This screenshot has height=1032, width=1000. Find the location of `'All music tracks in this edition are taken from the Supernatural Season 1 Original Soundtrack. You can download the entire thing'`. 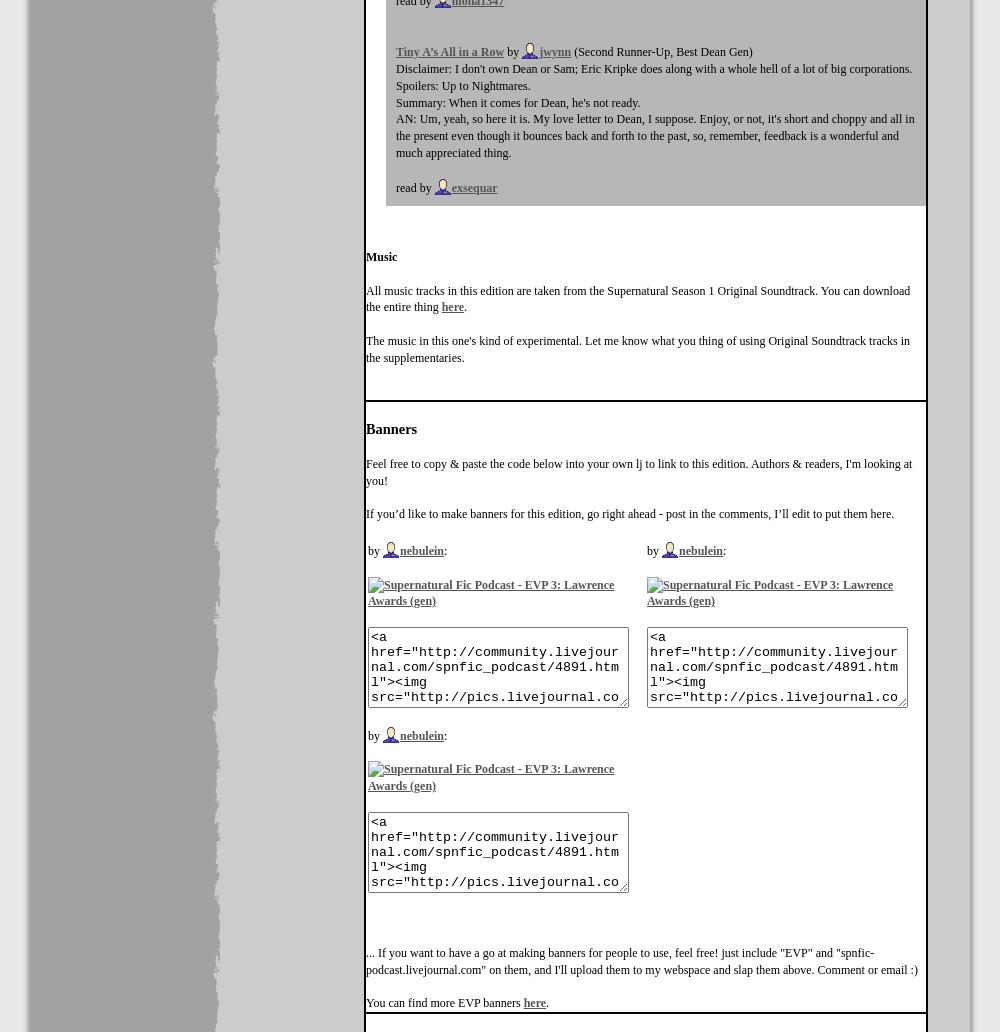

'All music tracks in this edition are taken from the Supernatural Season 1 Original Soundtrack. You can download the entire thing' is located at coordinates (638, 298).